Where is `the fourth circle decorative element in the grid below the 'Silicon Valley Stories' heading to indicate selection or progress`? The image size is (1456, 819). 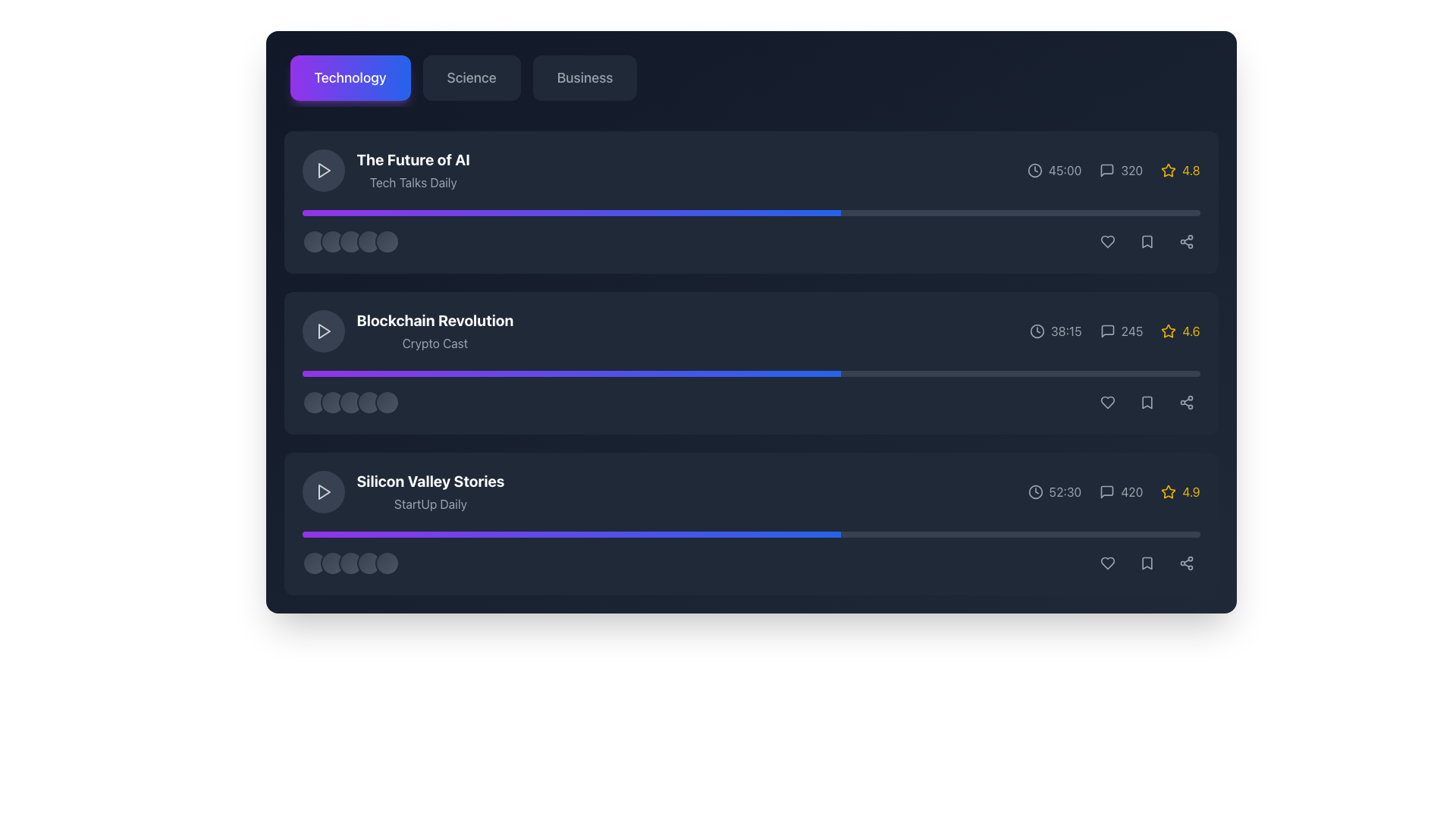
the fourth circle decorative element in the grid below the 'Silicon Valley Stories' heading to indicate selection or progress is located at coordinates (369, 563).